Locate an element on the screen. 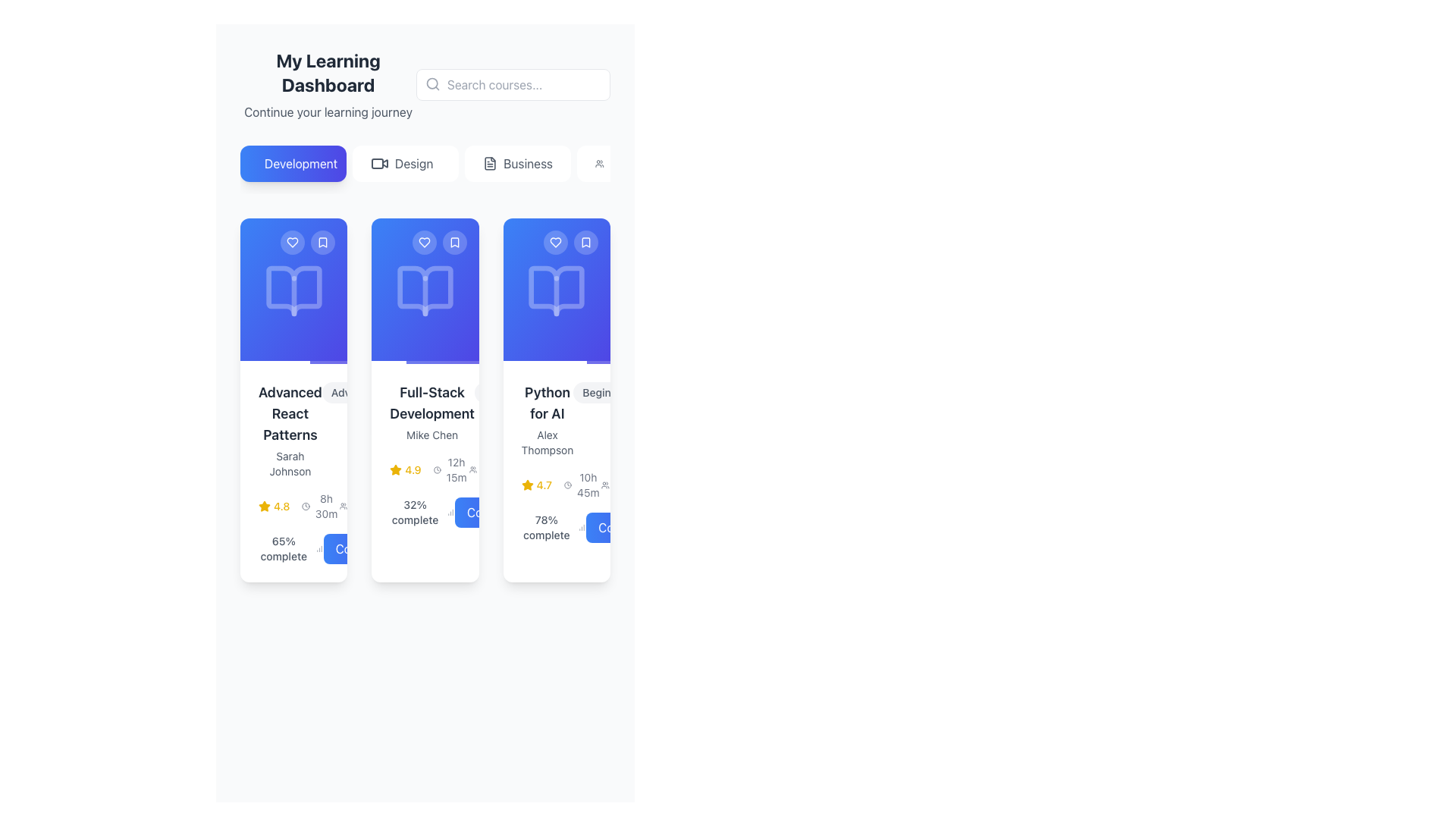 The height and width of the screenshot is (819, 1456). the open book icon located on the leftmost card titled 'Advanced React Patterns' within the dashboard's triplet section is located at coordinates (293, 291).